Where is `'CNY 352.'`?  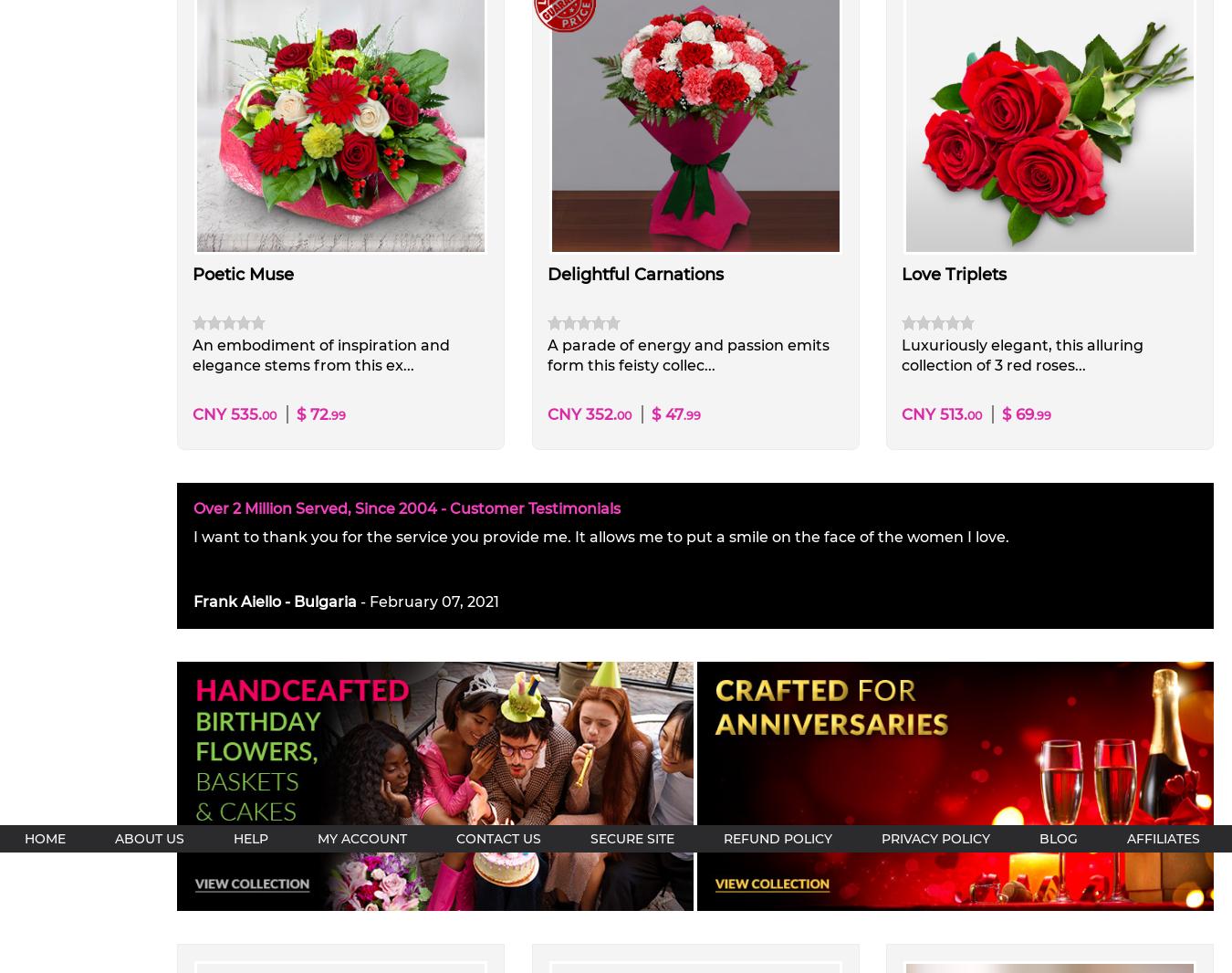
'CNY 352.' is located at coordinates (581, 413).